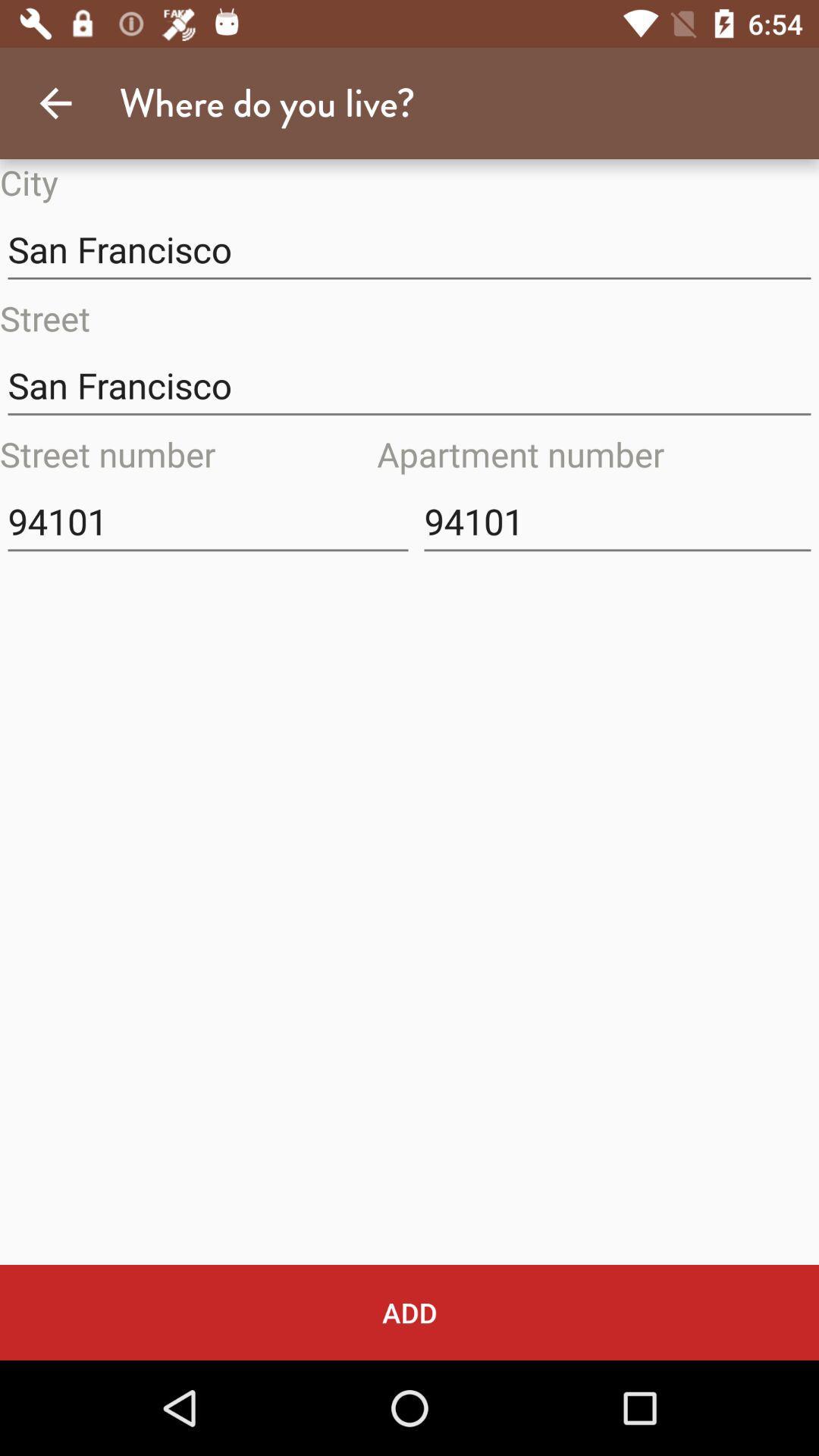 The image size is (819, 1456). Describe the element at coordinates (55, 102) in the screenshot. I see `the app to the left of where do you icon` at that location.